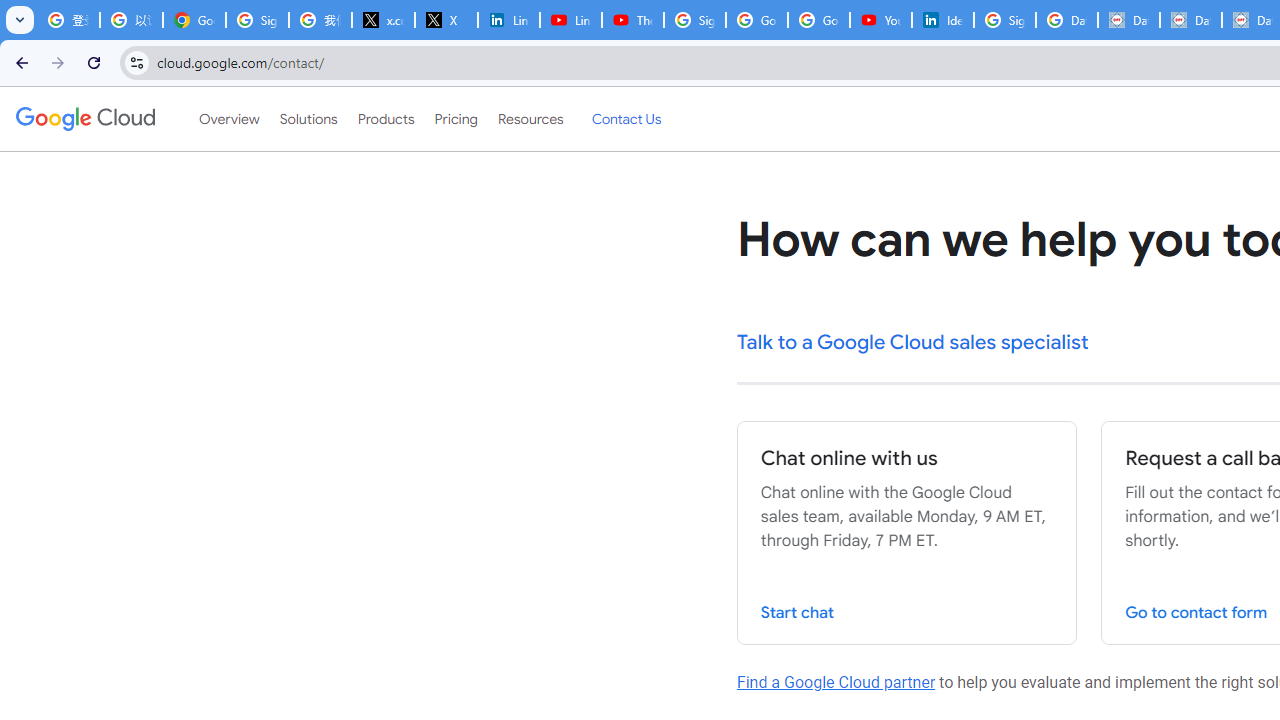  I want to click on 'LinkedIn Privacy Policy', so click(508, 20).